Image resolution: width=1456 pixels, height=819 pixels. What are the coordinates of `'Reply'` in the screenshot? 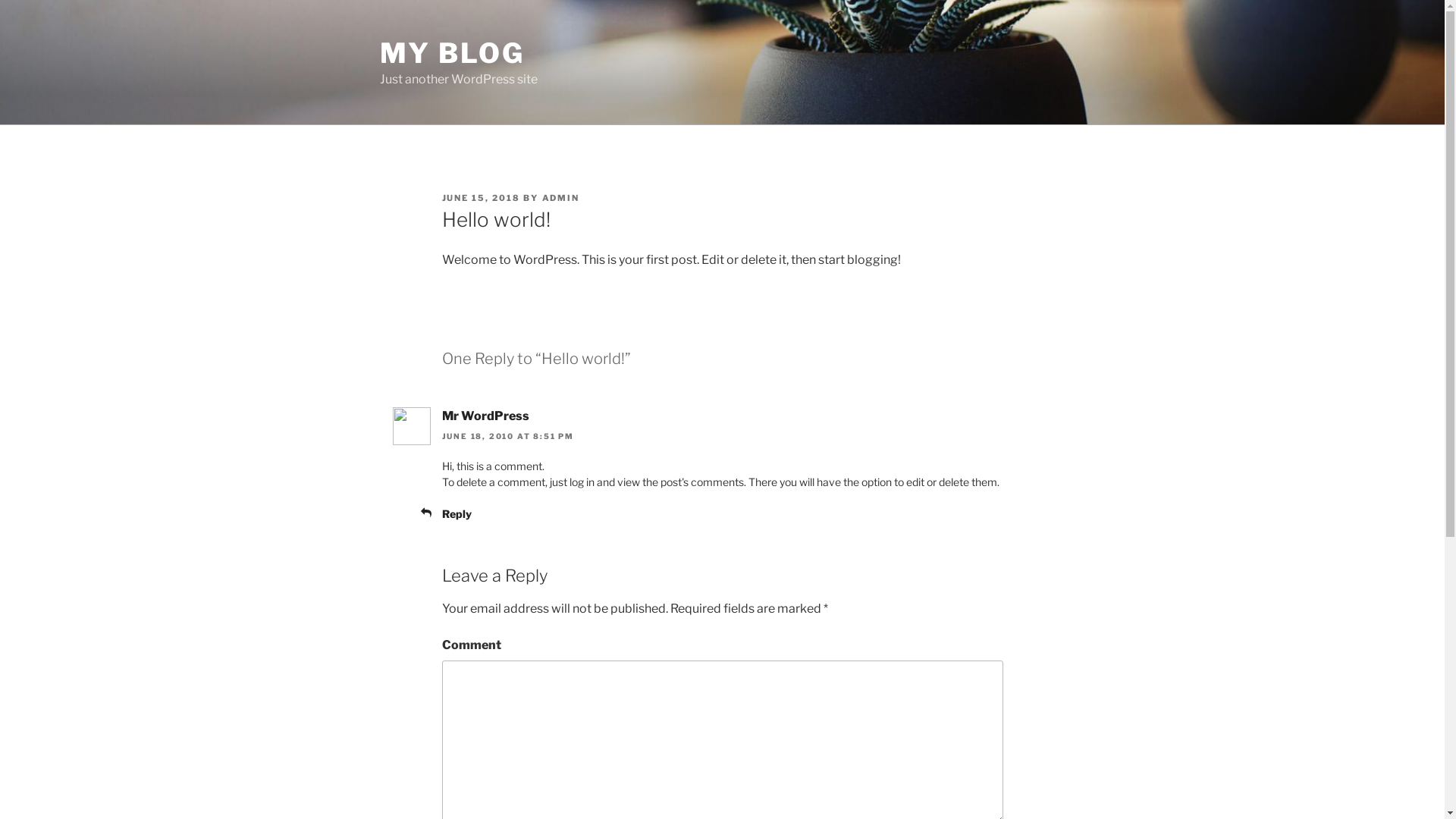 It's located at (455, 513).